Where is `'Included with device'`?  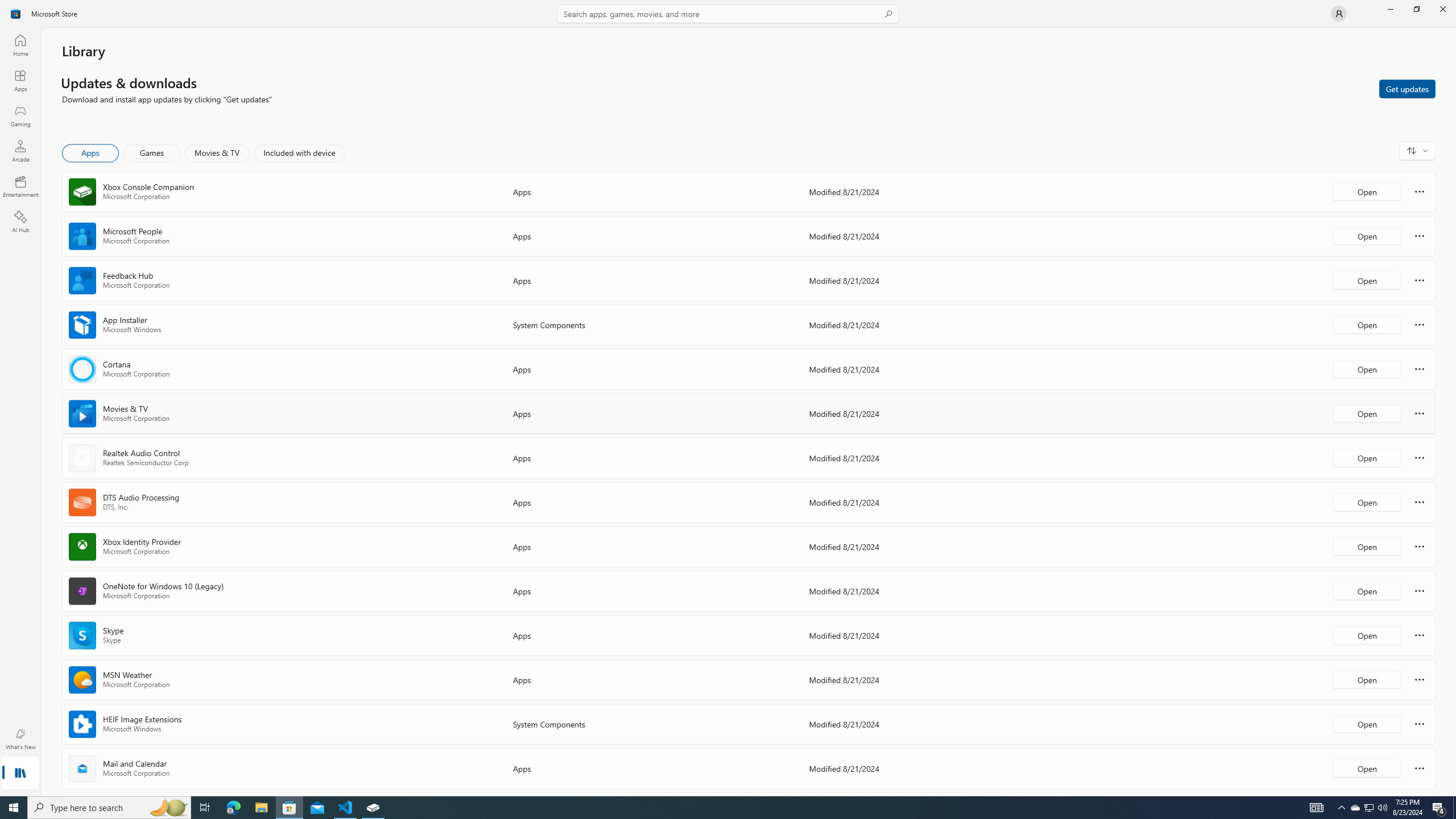 'Included with device' is located at coordinates (299, 152).